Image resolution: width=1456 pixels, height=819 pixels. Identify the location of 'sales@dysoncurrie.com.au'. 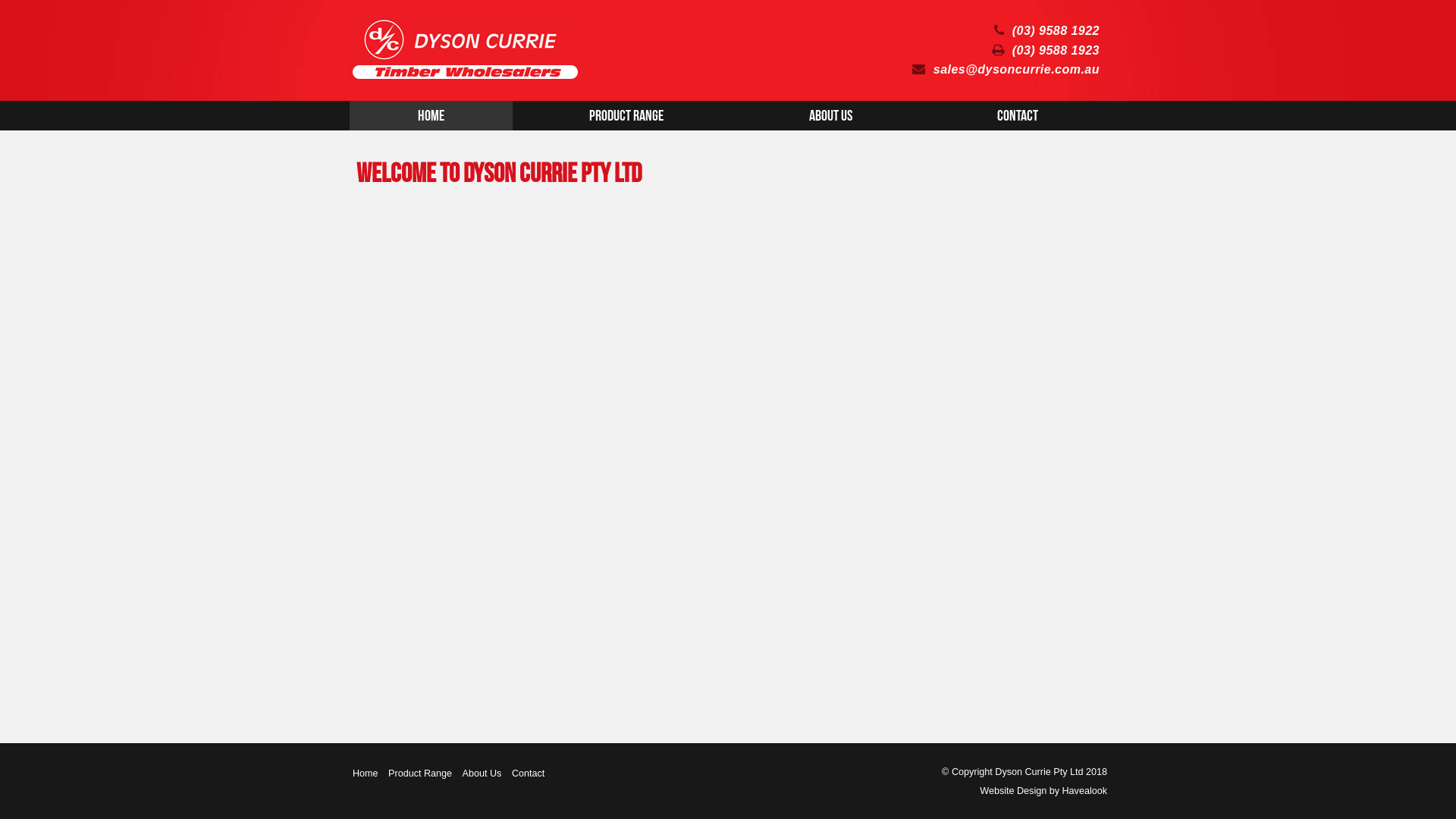
(1006, 69).